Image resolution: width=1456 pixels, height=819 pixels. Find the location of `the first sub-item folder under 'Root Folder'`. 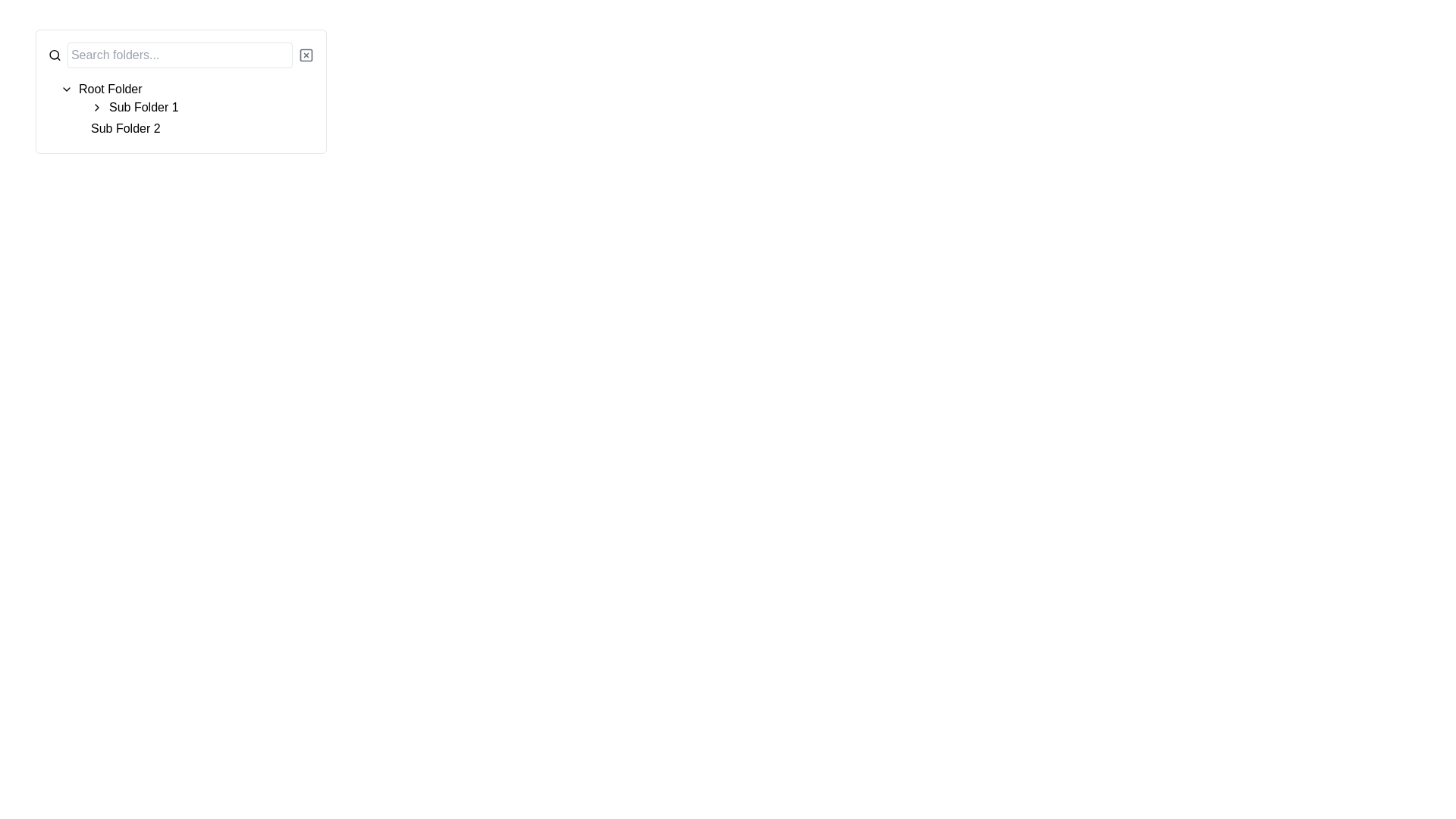

the first sub-item folder under 'Root Folder' is located at coordinates (143, 107).